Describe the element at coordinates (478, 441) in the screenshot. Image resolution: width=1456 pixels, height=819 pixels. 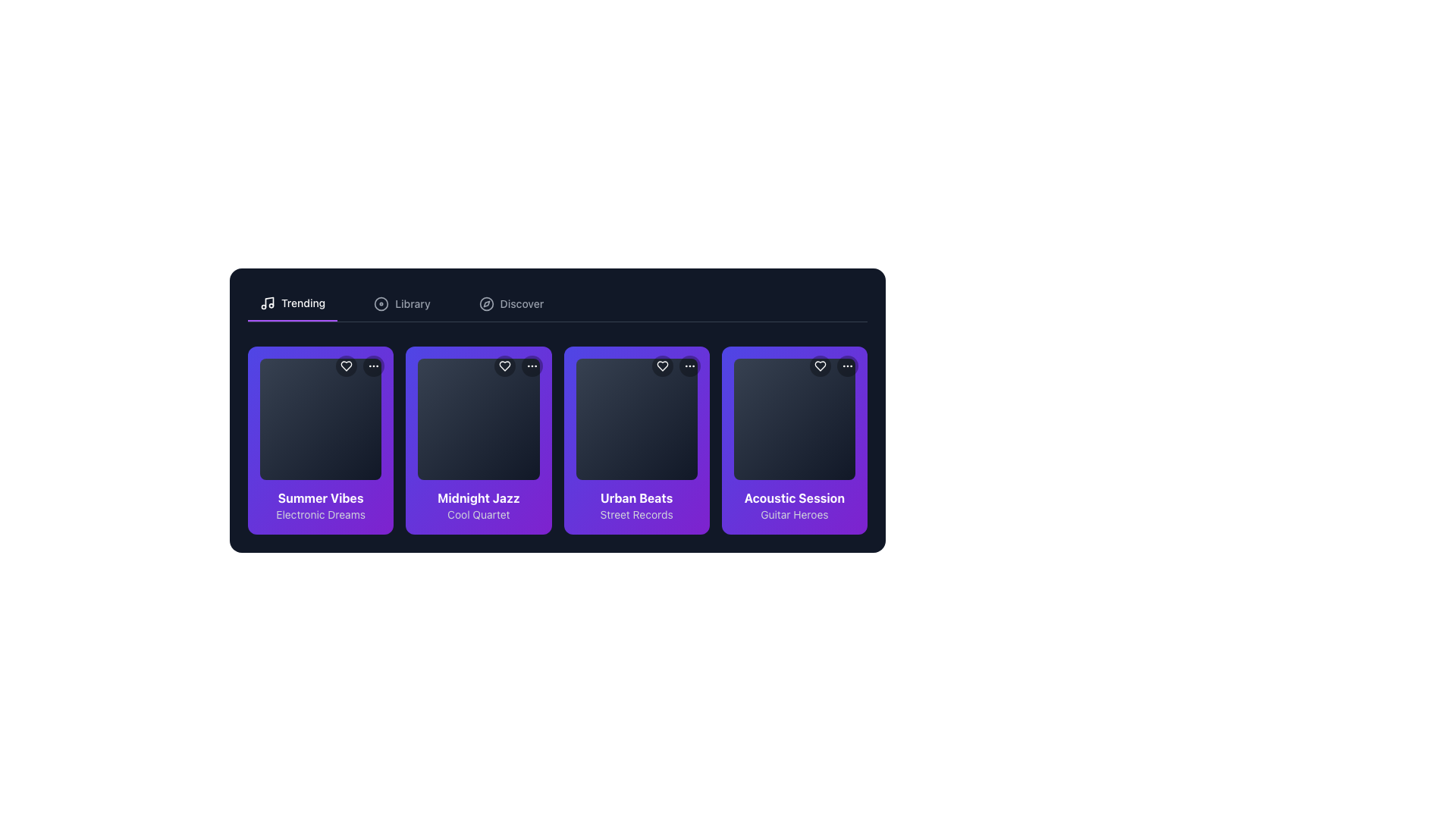
I see `the second card in the grid, which represents an item for selection` at that location.